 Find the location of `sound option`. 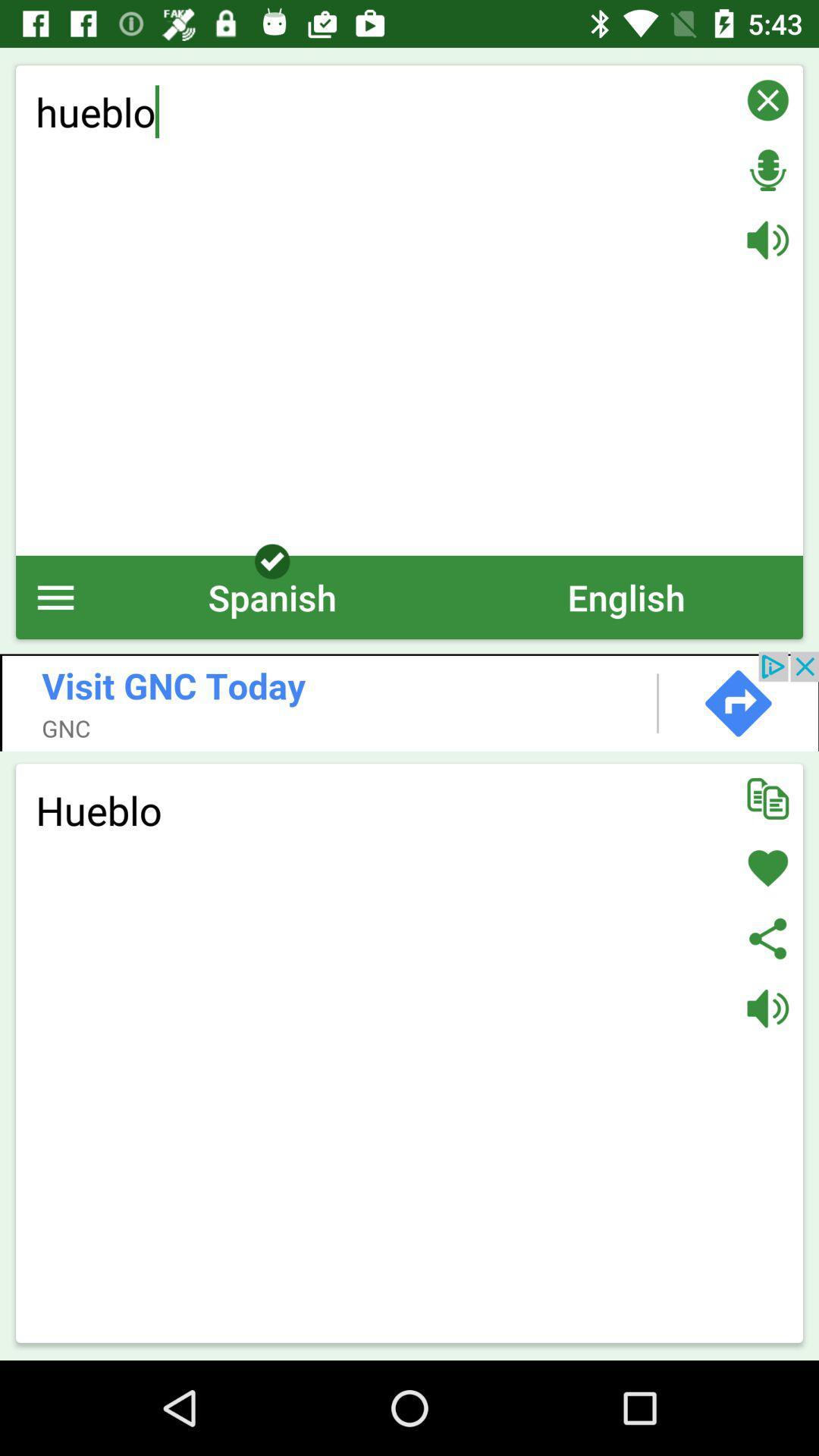

sound option is located at coordinates (767, 239).